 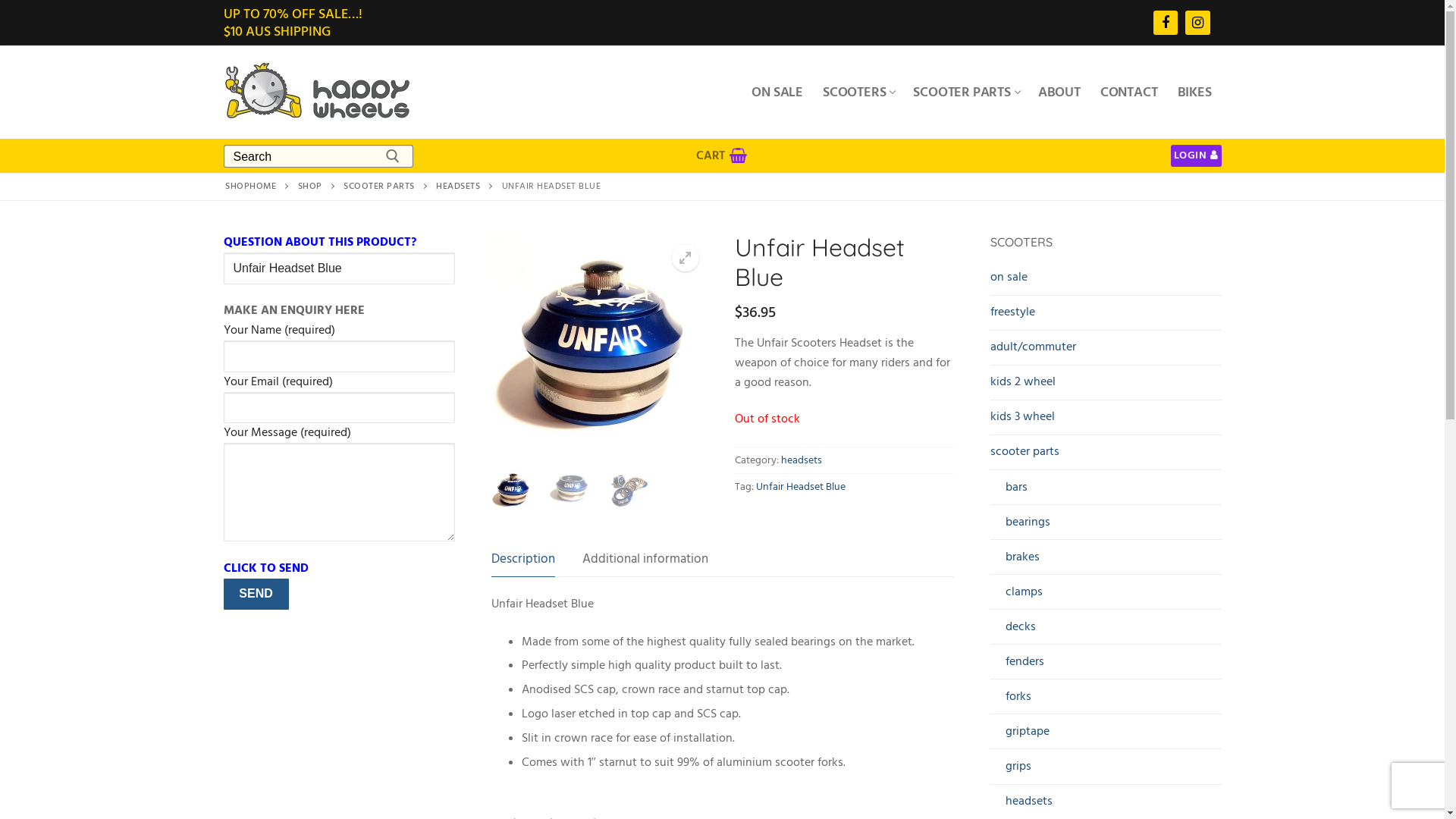 I want to click on 'BIKES', so click(x=1194, y=91).